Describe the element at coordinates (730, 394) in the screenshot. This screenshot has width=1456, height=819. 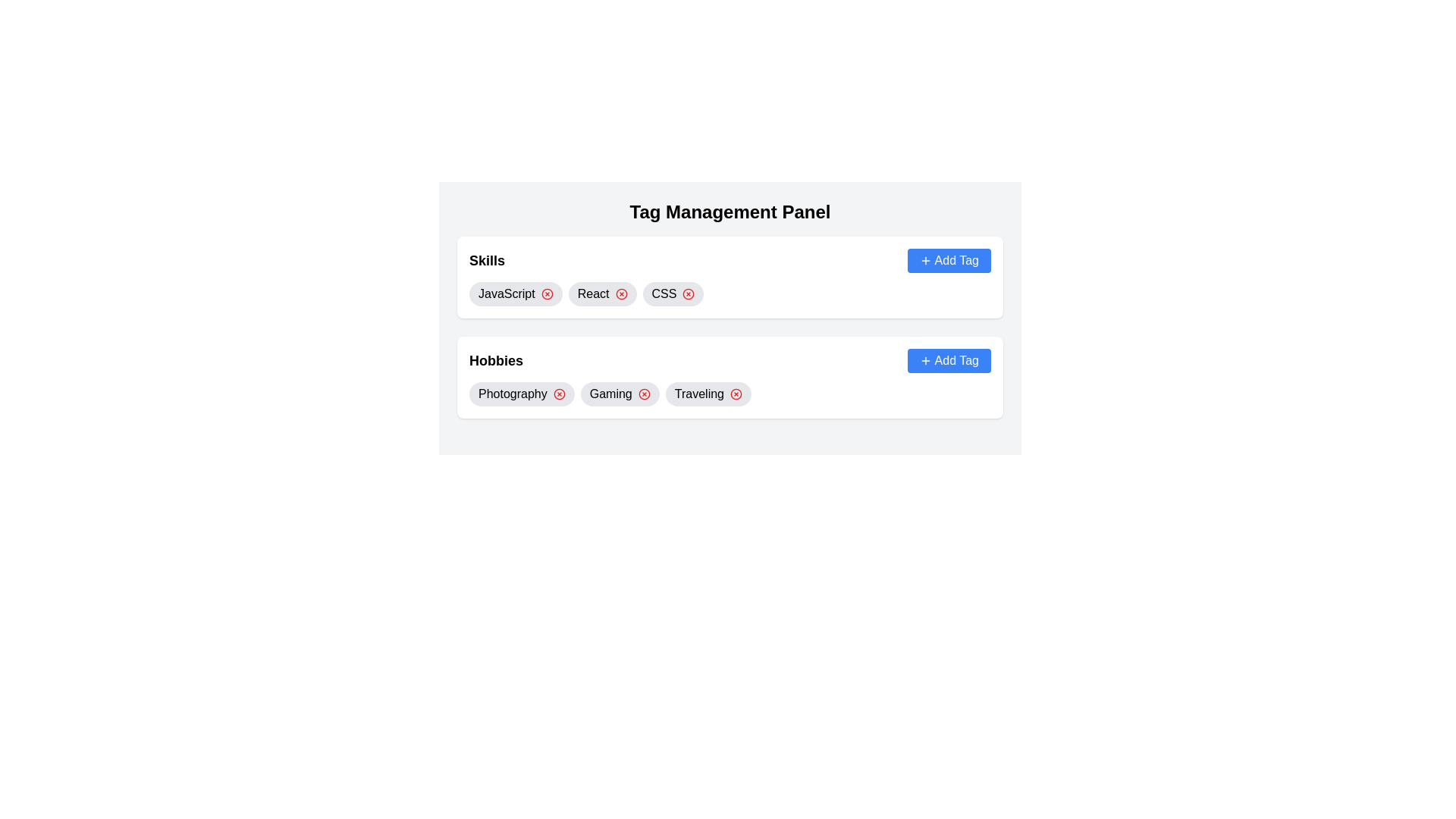
I see `the red interactive icon next to the tag labeled 'Traveling' in the Tag list with removable options located in the lower half of the Hobbies section` at that location.